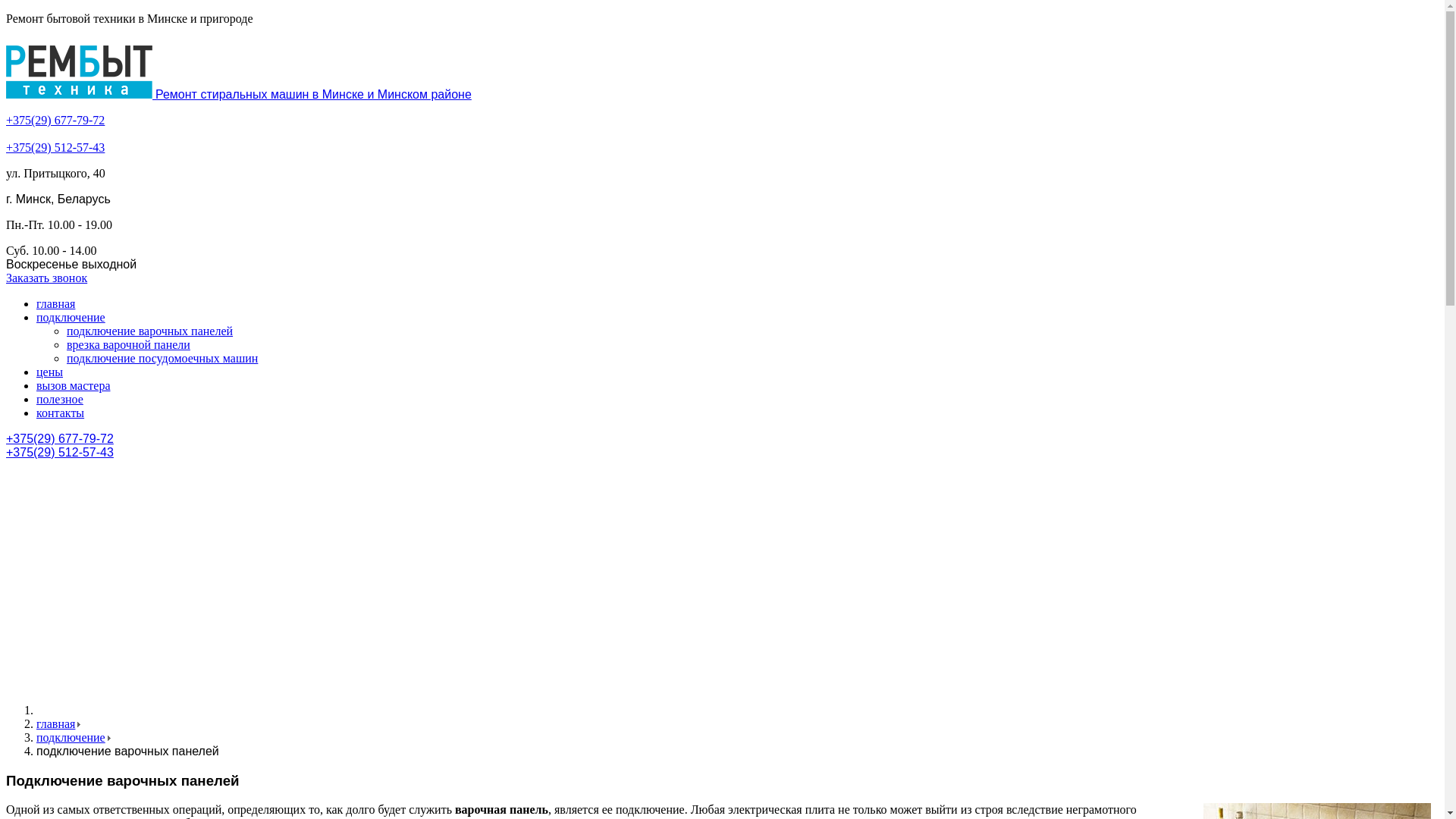  I want to click on '+375(29) 677-79-72', so click(6, 438).